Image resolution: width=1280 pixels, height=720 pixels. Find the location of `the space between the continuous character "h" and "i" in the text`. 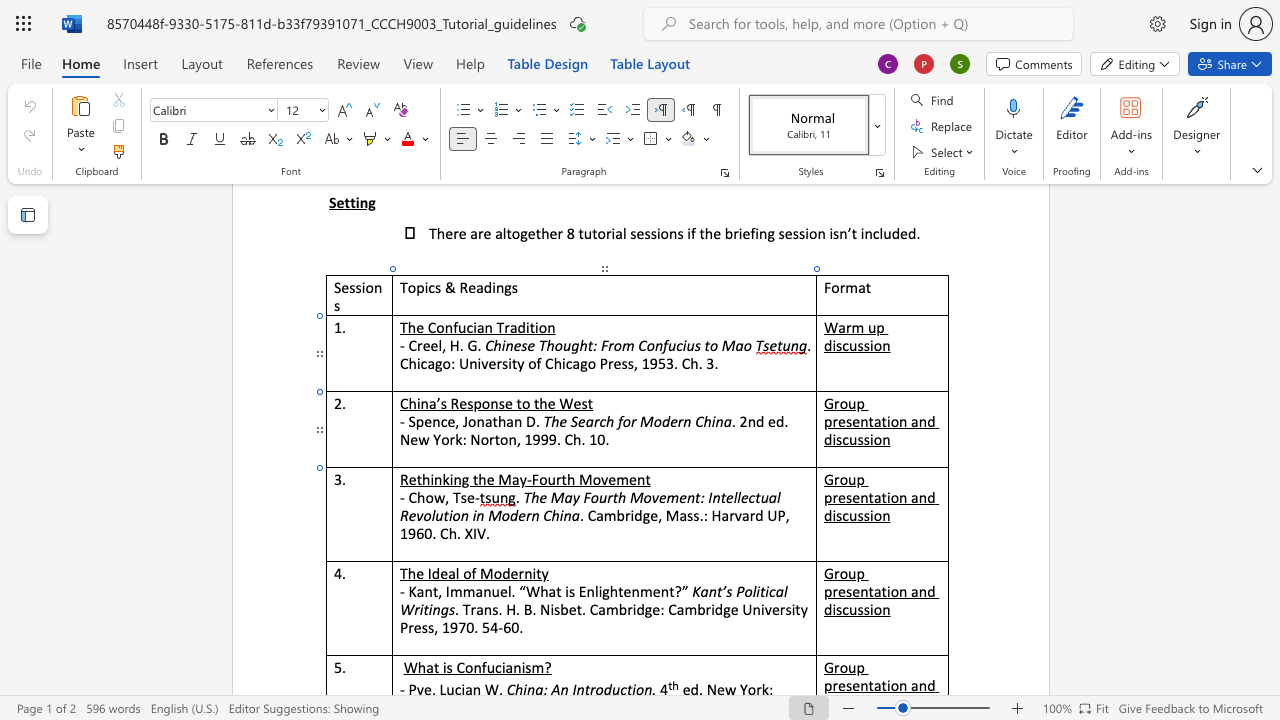

the space between the continuous character "h" and "i" in the text is located at coordinates (428, 479).